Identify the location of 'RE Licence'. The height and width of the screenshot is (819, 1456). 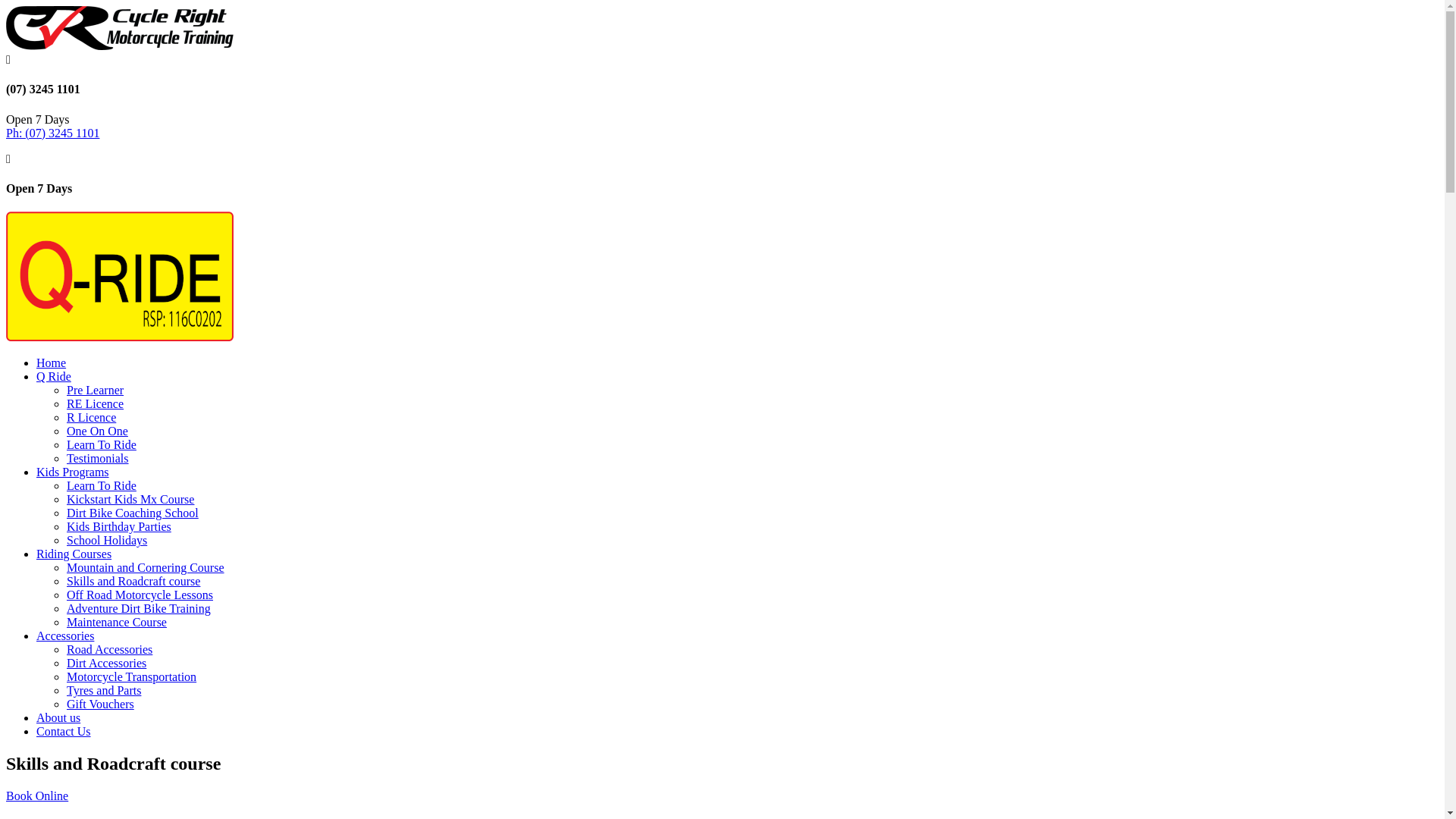
(94, 403).